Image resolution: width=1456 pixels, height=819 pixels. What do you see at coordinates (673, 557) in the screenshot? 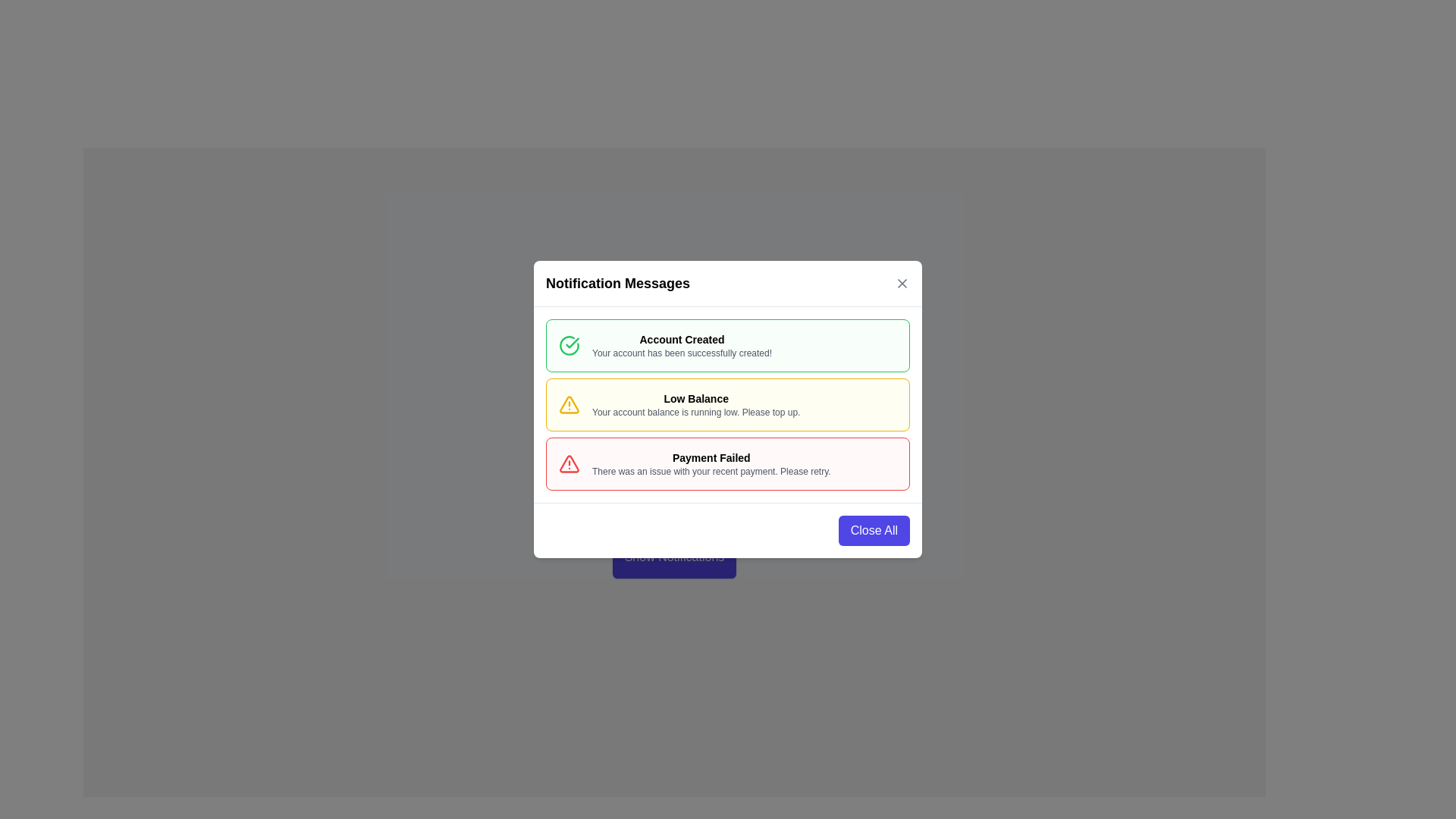
I see `the 'Show Notifications' button, which has a dark indigo background and white text` at bounding box center [673, 557].